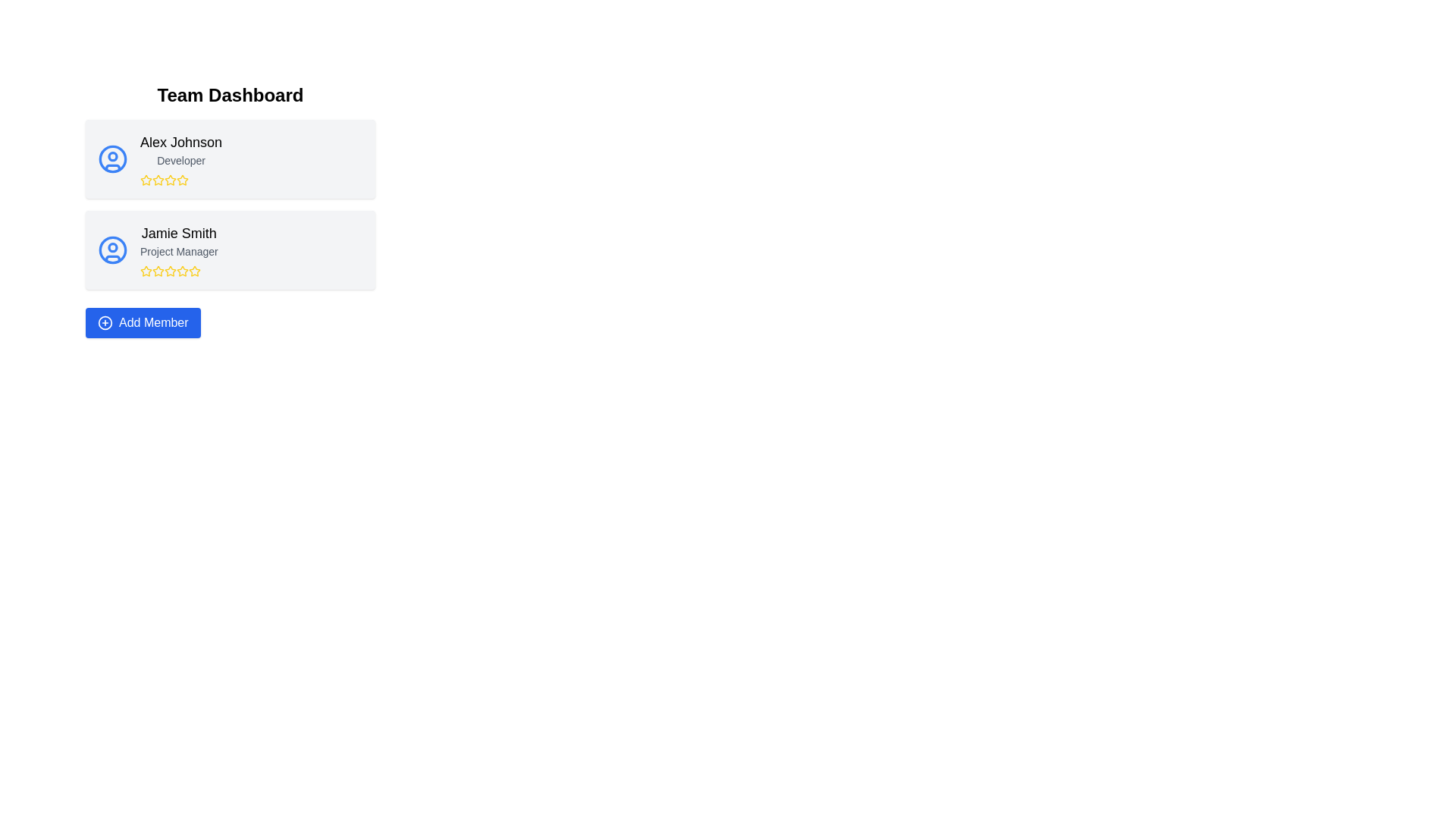 The image size is (1456, 819). I want to click on the blue outlined circle representing the user profile icon in the SVG structure, which is positioned in the avatar area of the second card mentioning 'Jamie Smith', so click(111, 249).